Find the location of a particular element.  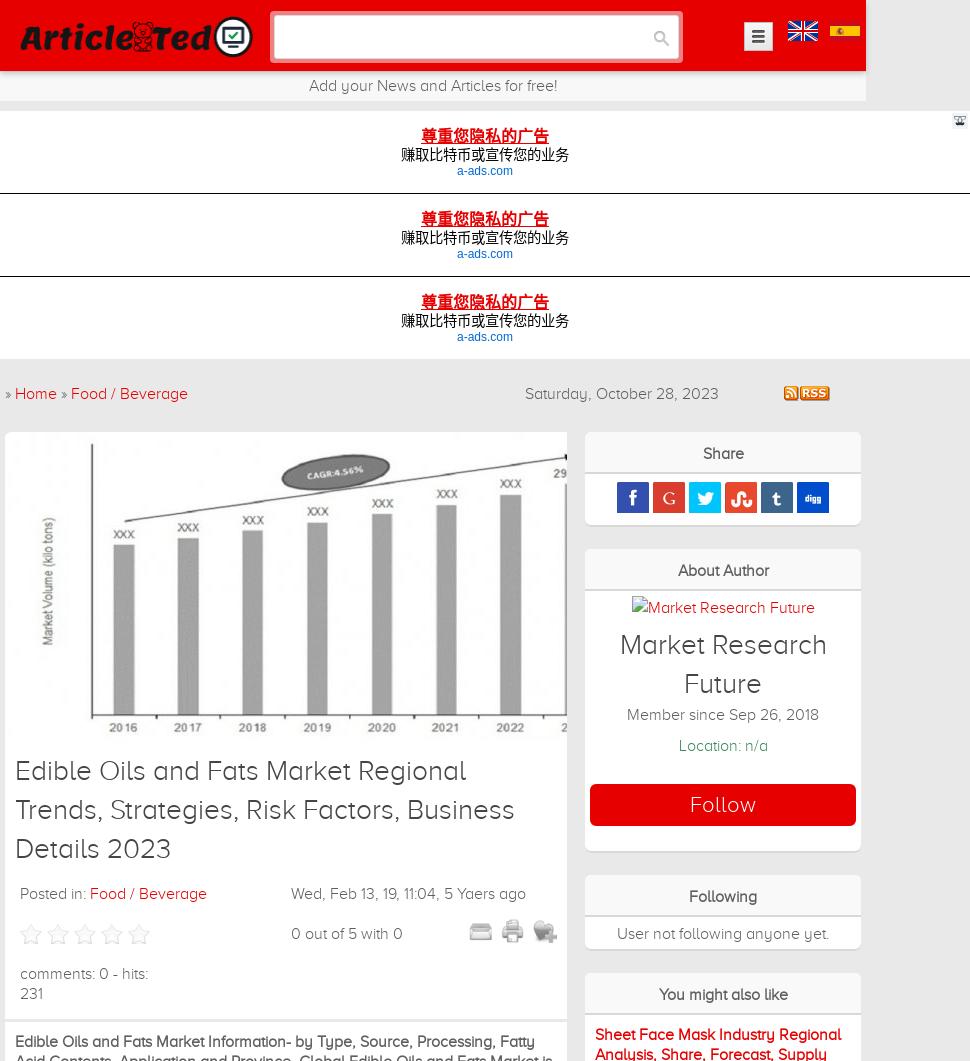

'Posted in:' is located at coordinates (53, 891).